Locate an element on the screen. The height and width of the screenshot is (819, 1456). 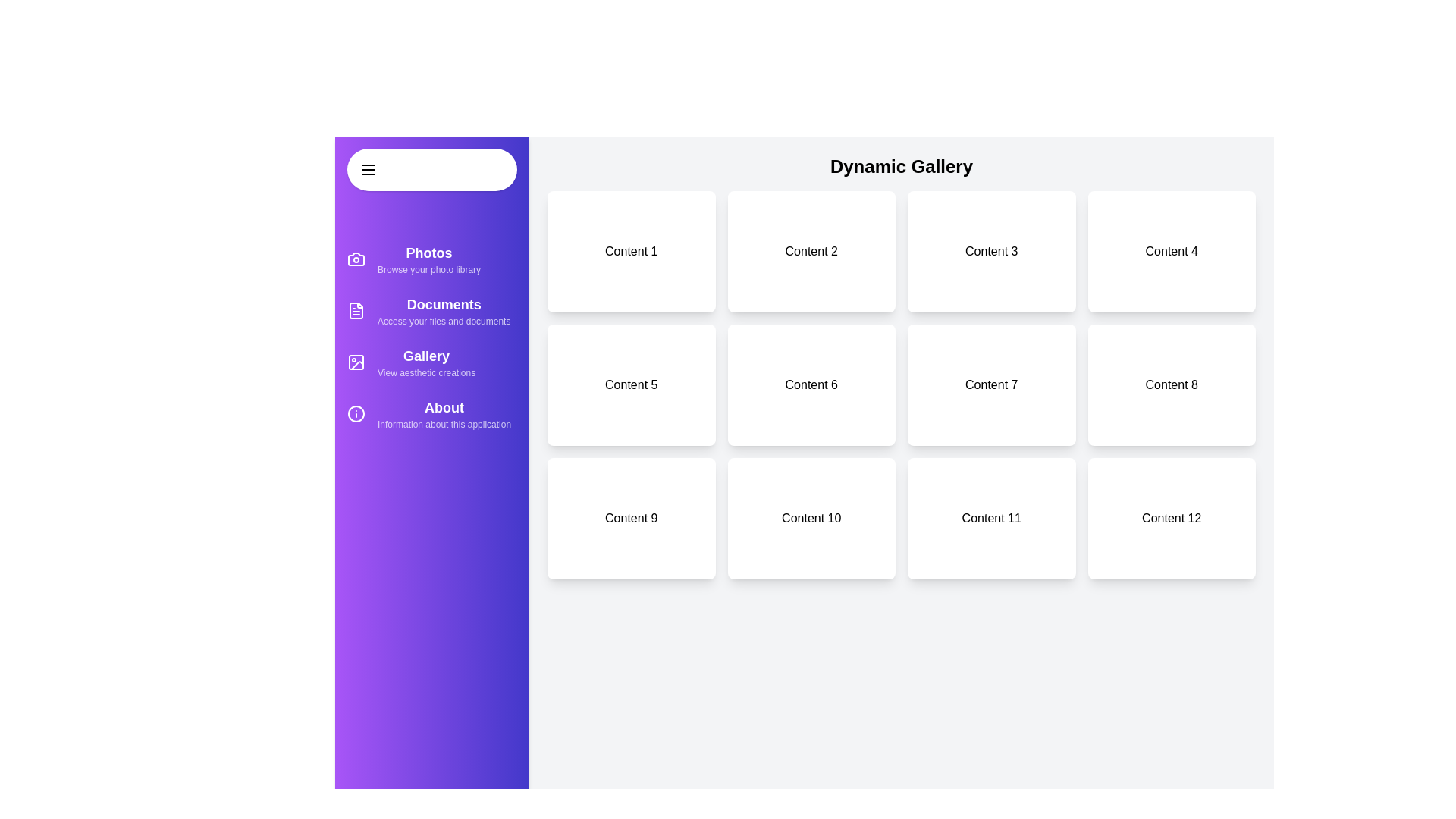
the sidebar icon for About is located at coordinates (356, 414).